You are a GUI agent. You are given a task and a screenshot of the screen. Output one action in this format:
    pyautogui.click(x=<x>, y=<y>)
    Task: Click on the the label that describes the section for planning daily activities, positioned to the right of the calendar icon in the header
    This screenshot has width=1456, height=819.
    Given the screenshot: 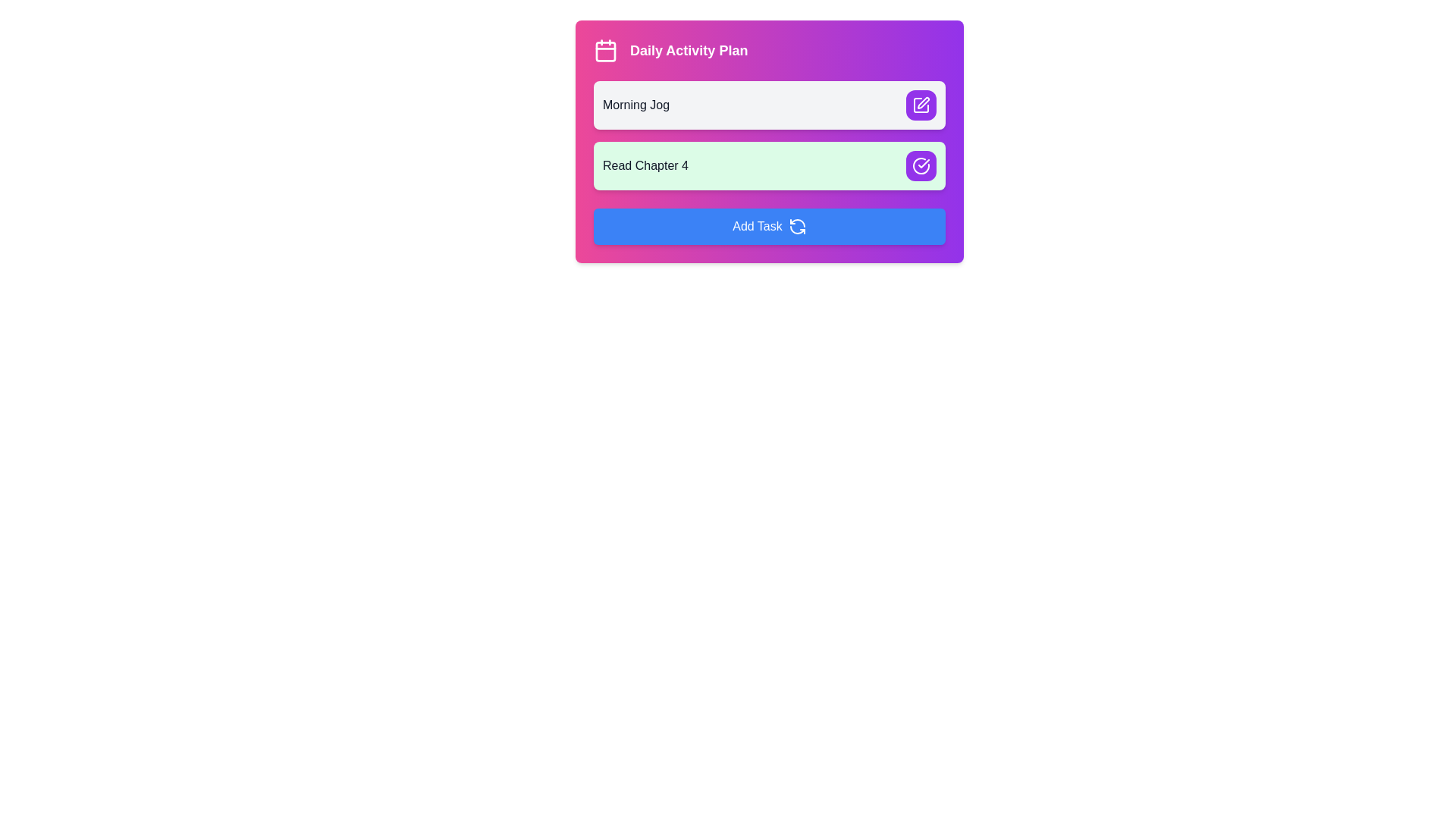 What is the action you would take?
    pyautogui.click(x=688, y=49)
    